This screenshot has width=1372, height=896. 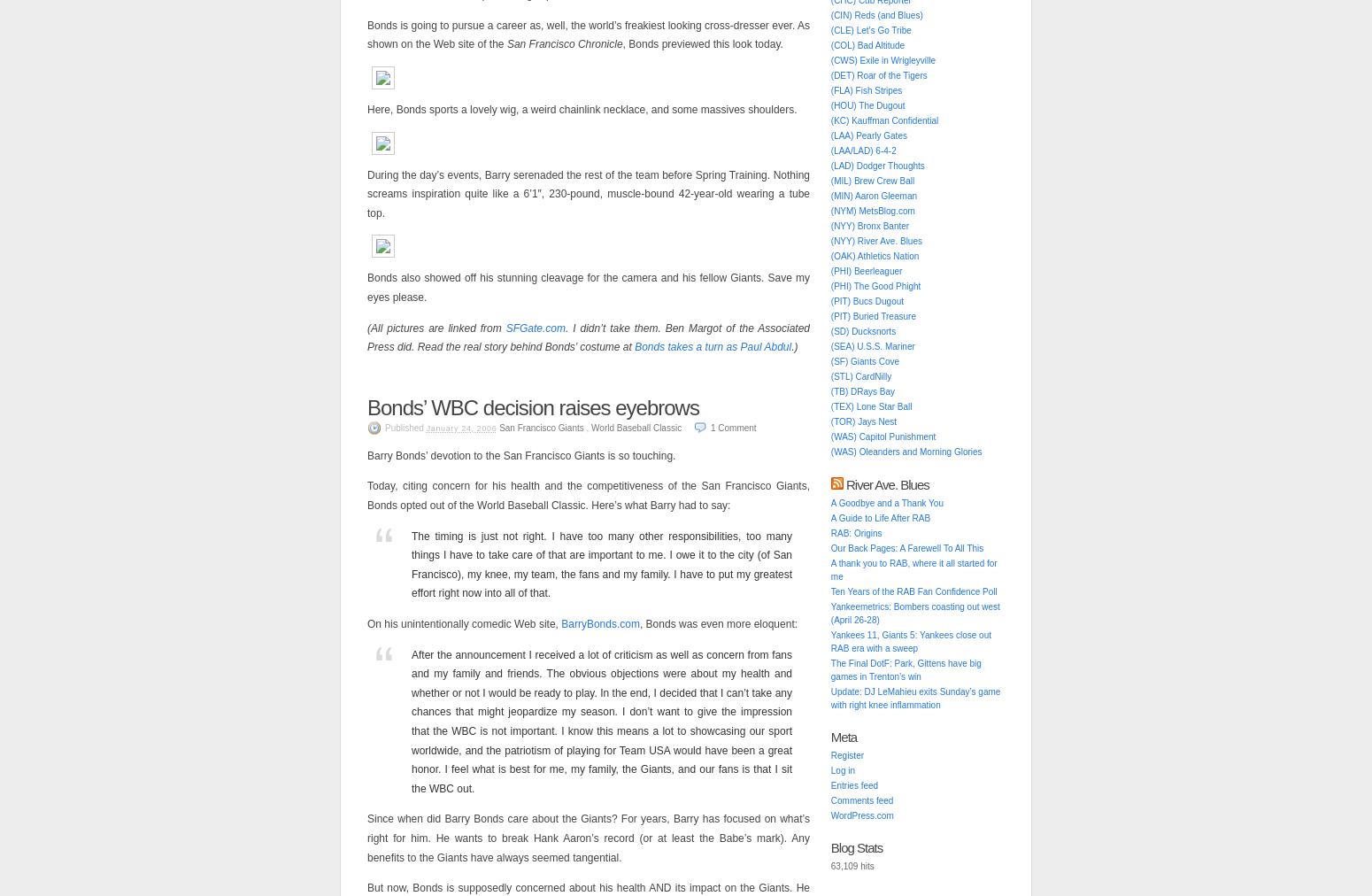 I want to click on 'Barry Bonds’ devotion to the San Francisco Giants is so touching.', so click(x=521, y=453).